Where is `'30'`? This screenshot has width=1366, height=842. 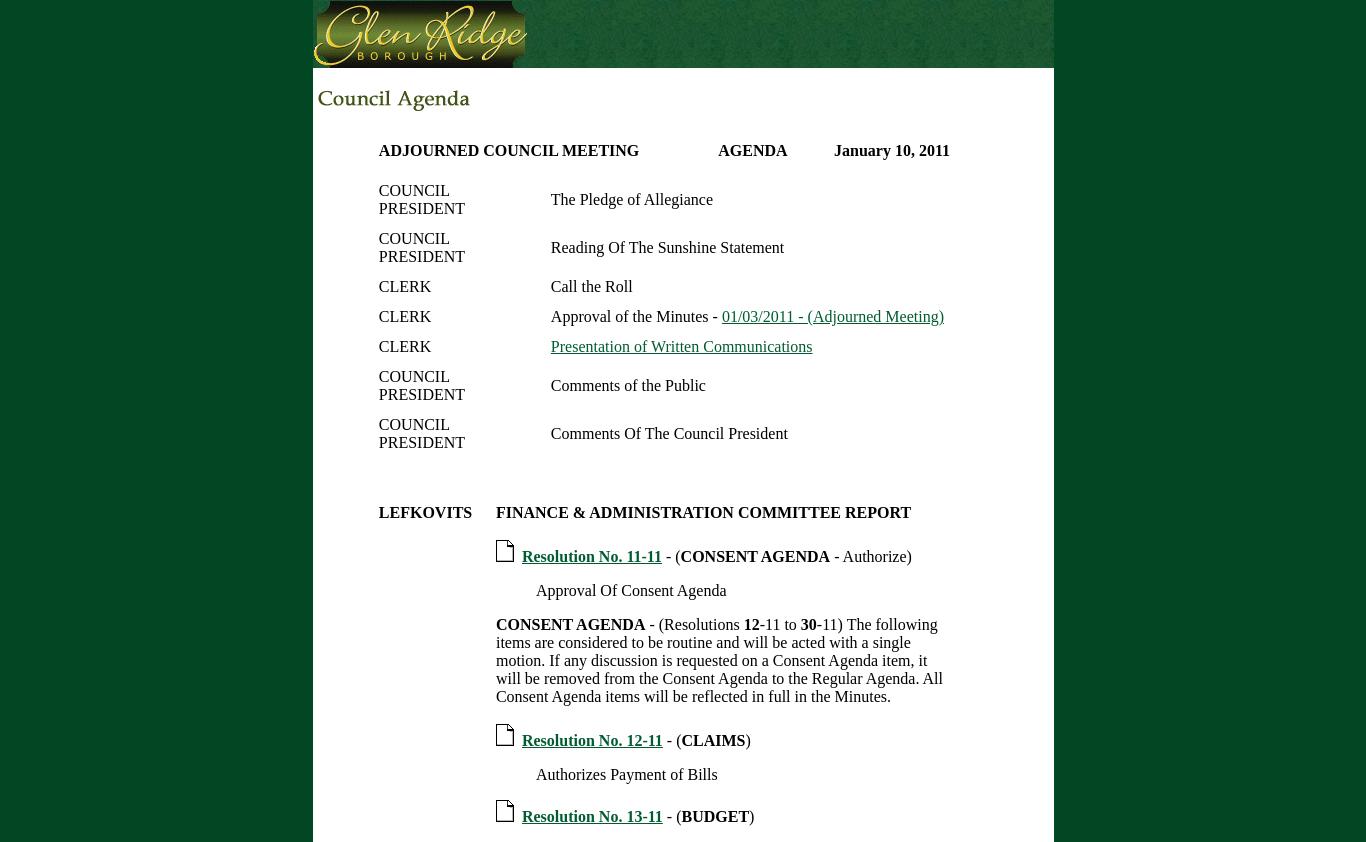
'30' is located at coordinates (806, 623).